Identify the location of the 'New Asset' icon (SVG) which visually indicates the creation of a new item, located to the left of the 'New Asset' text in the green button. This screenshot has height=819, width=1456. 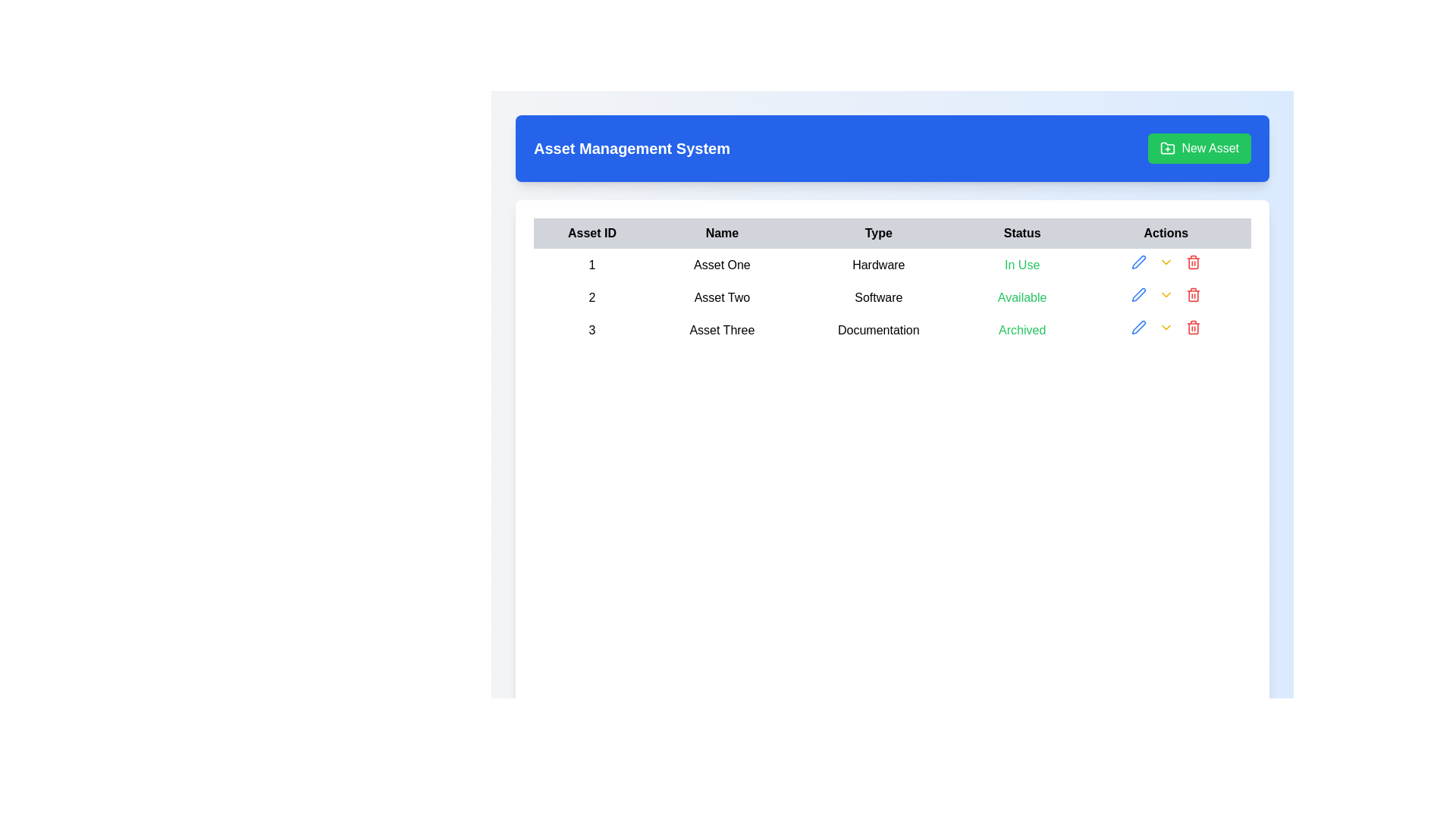
(1167, 149).